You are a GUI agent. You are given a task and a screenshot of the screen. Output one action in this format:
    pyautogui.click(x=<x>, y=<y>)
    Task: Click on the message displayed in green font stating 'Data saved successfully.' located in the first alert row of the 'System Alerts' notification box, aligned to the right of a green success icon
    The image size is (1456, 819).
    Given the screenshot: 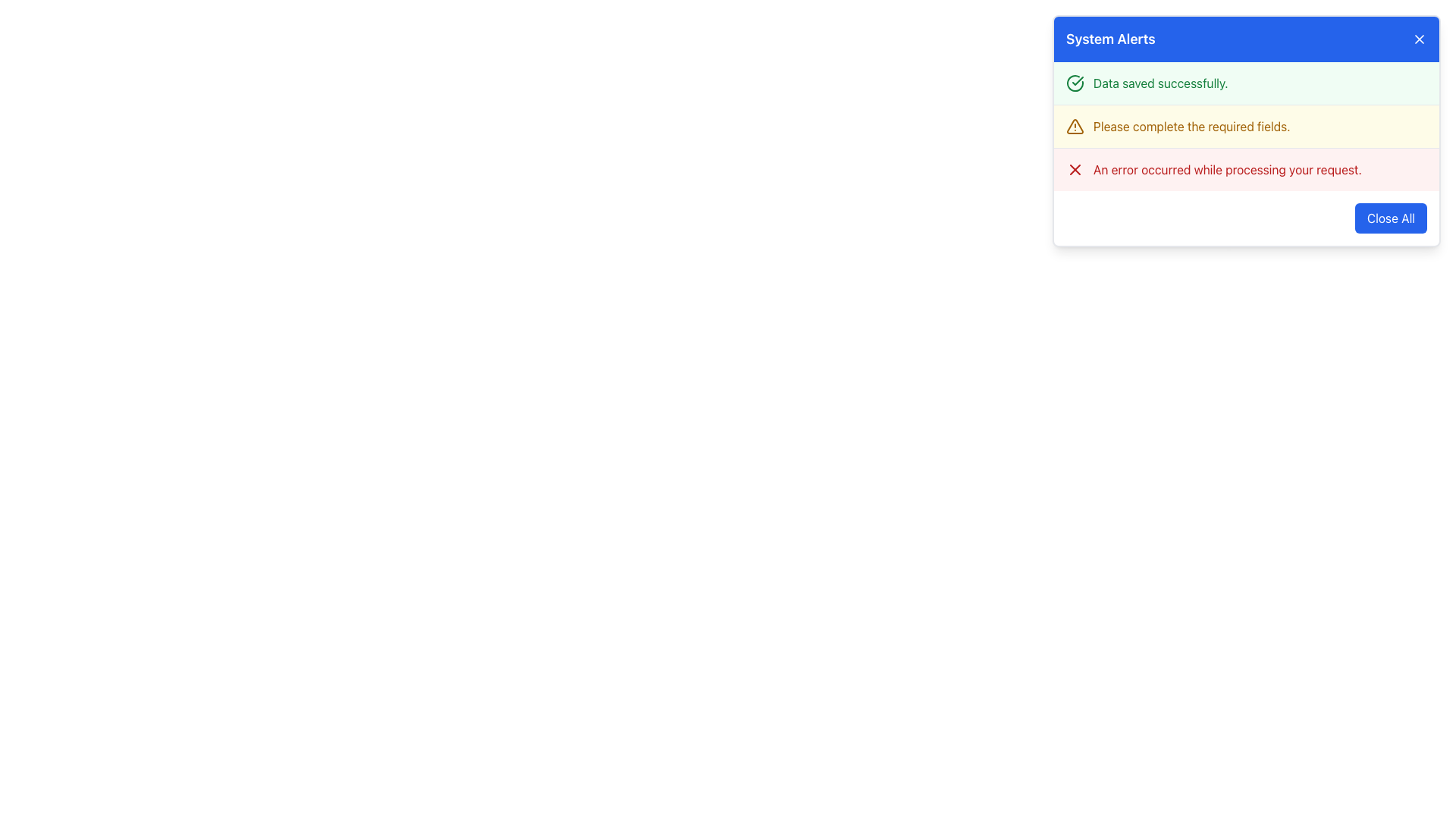 What is the action you would take?
    pyautogui.click(x=1159, y=83)
    